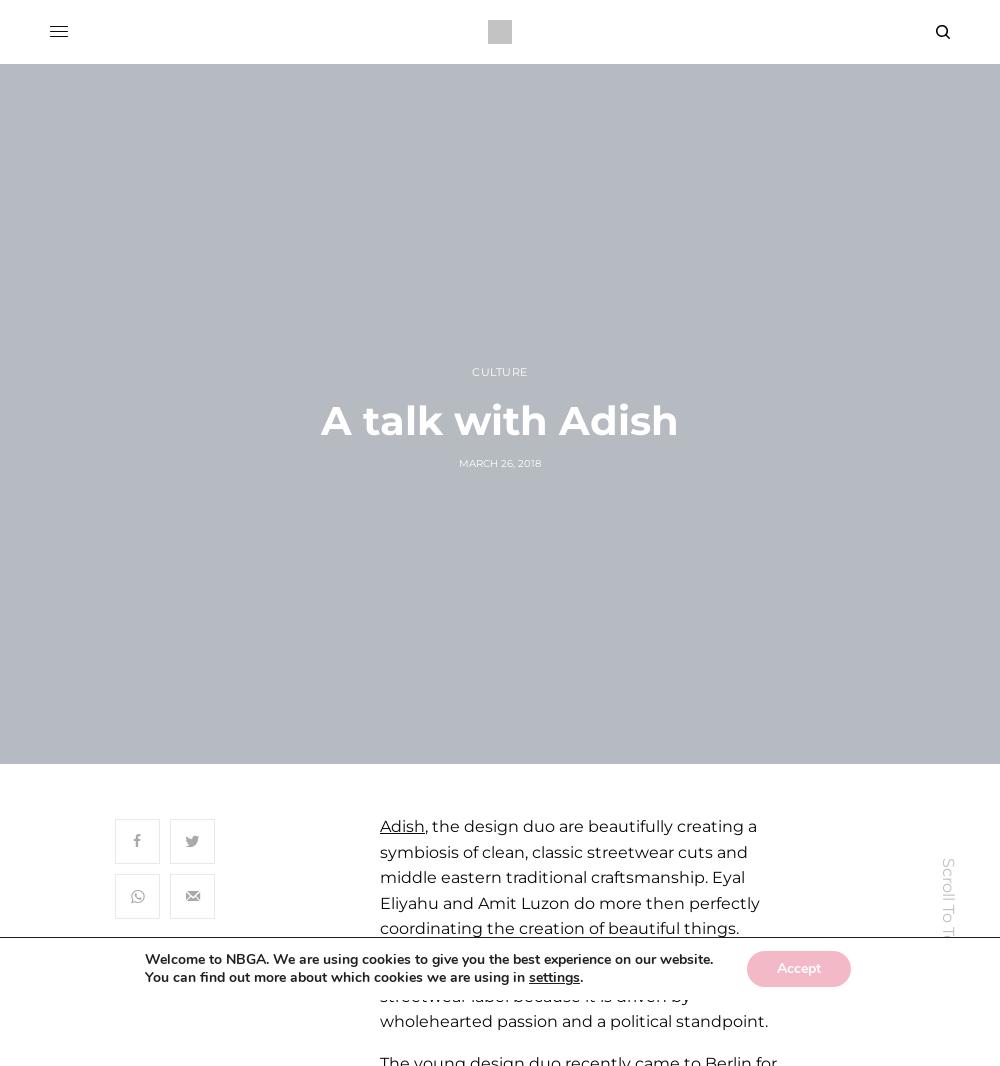 This screenshot has width=1000, height=1066. I want to click on '. We are using cookies to give you the best experience on our website.', so click(488, 959).